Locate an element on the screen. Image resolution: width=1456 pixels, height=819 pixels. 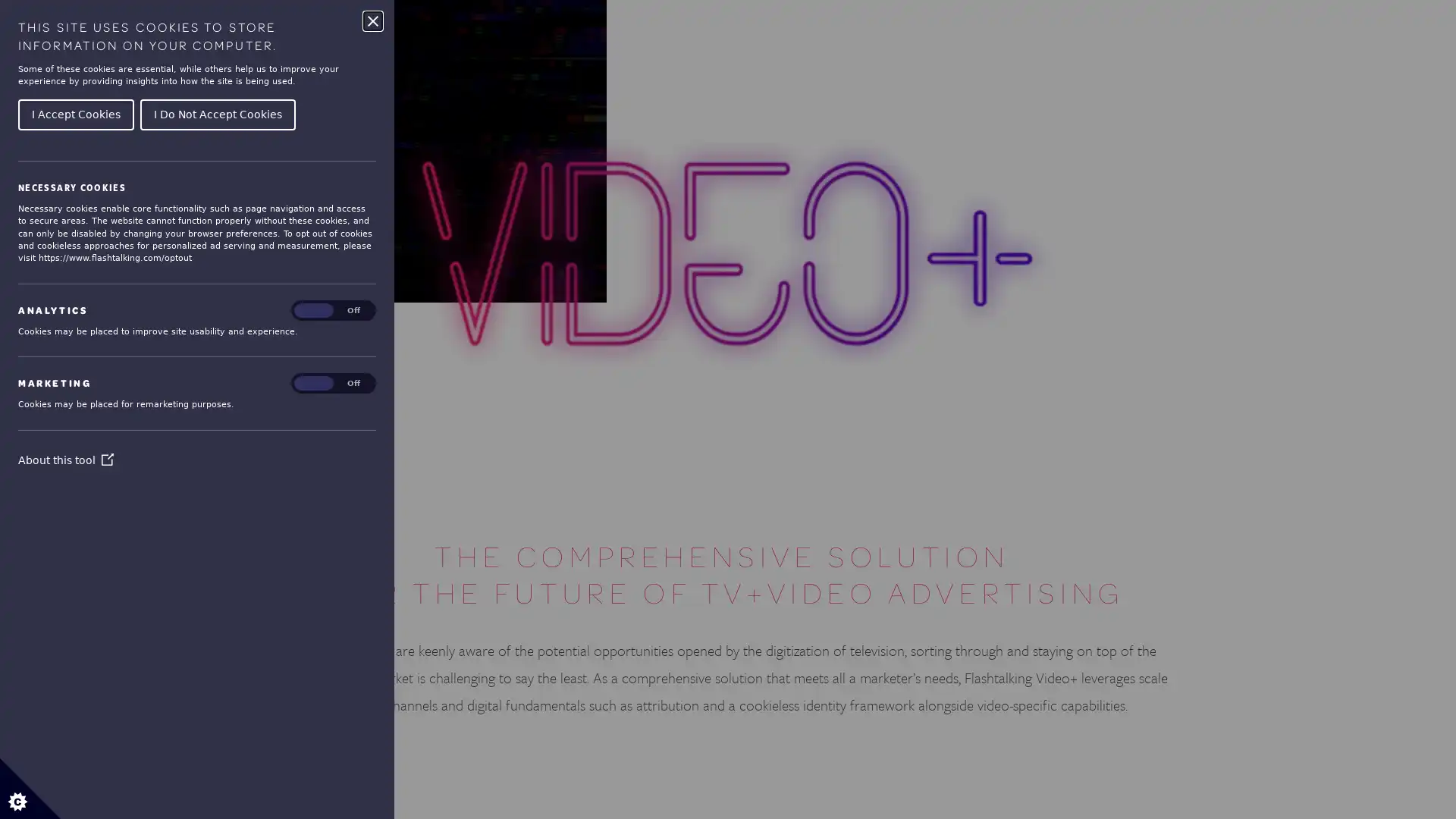
I Accept Cookies is located at coordinates (75, 113).